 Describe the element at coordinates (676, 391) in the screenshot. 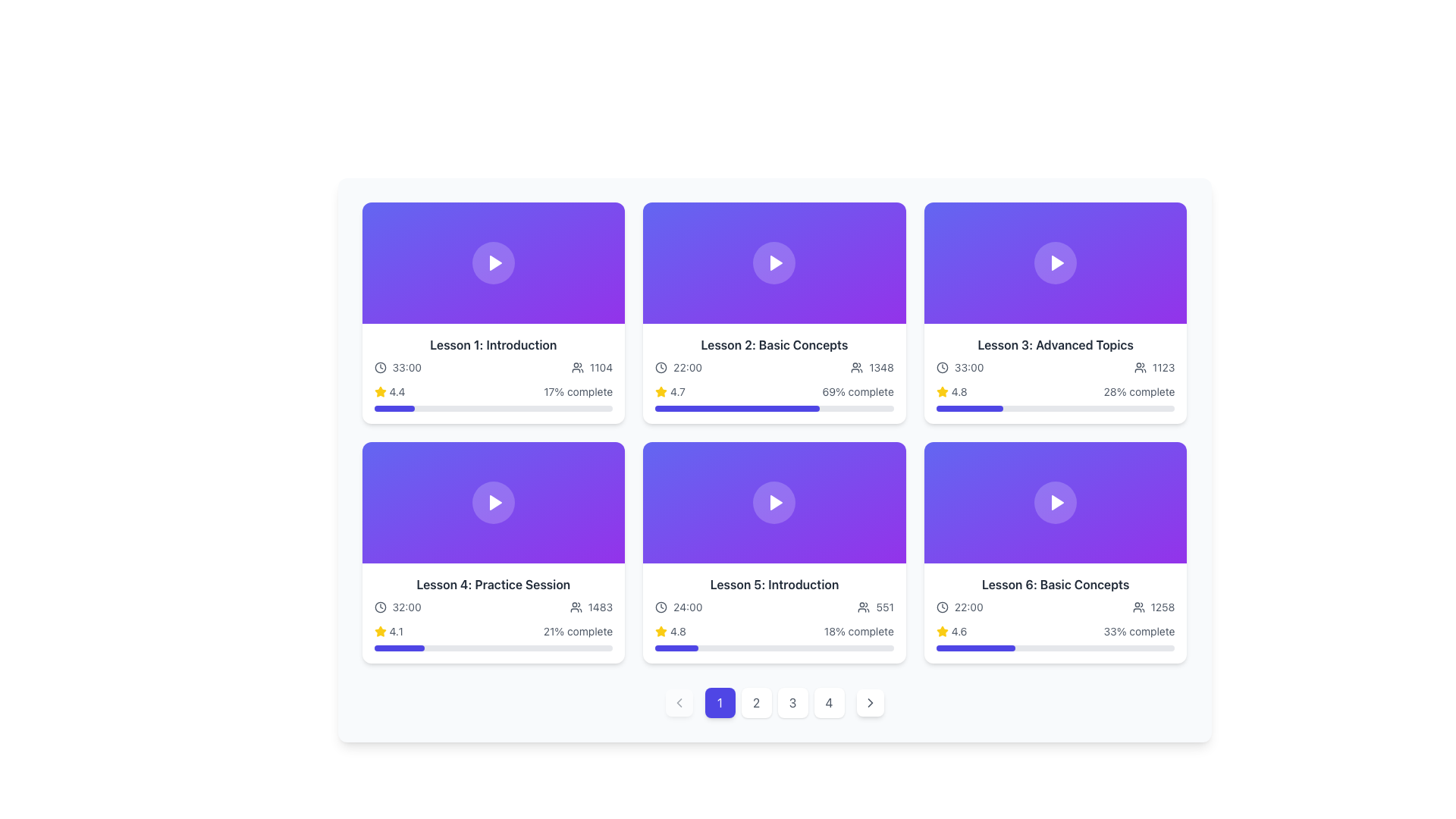

I see `the numeric text label displaying the value '4.7' located in the lower-left section of the card layout for 'Lesson 2: Basic Concepts', which is adjacent to a star icon` at that location.